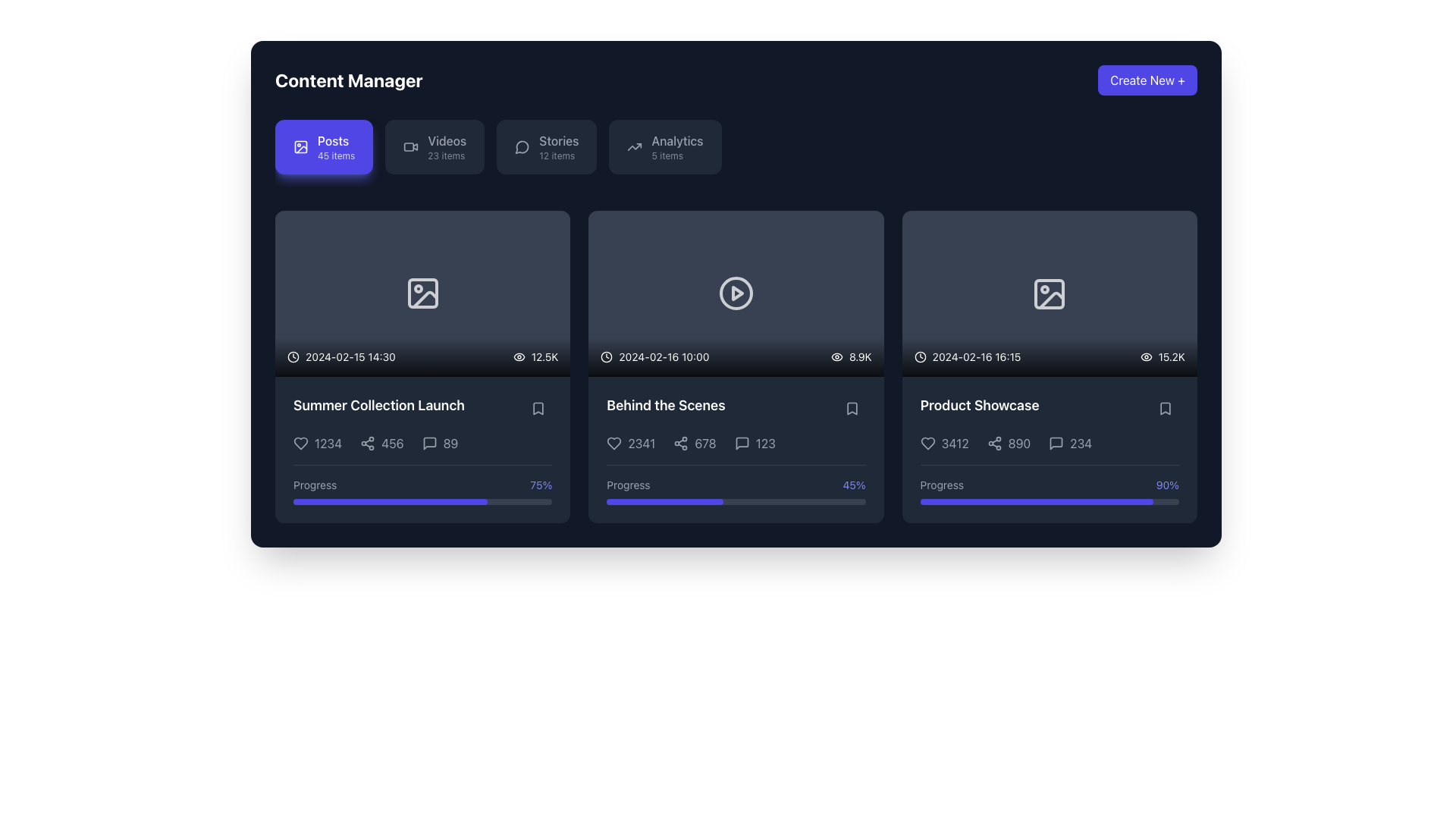  Describe the element at coordinates (381, 443) in the screenshot. I see `the text label displaying the numerical count '456' next to an icon representing interconnected nodes, located in the interaction metrics section beneath the leftmost content card` at that location.